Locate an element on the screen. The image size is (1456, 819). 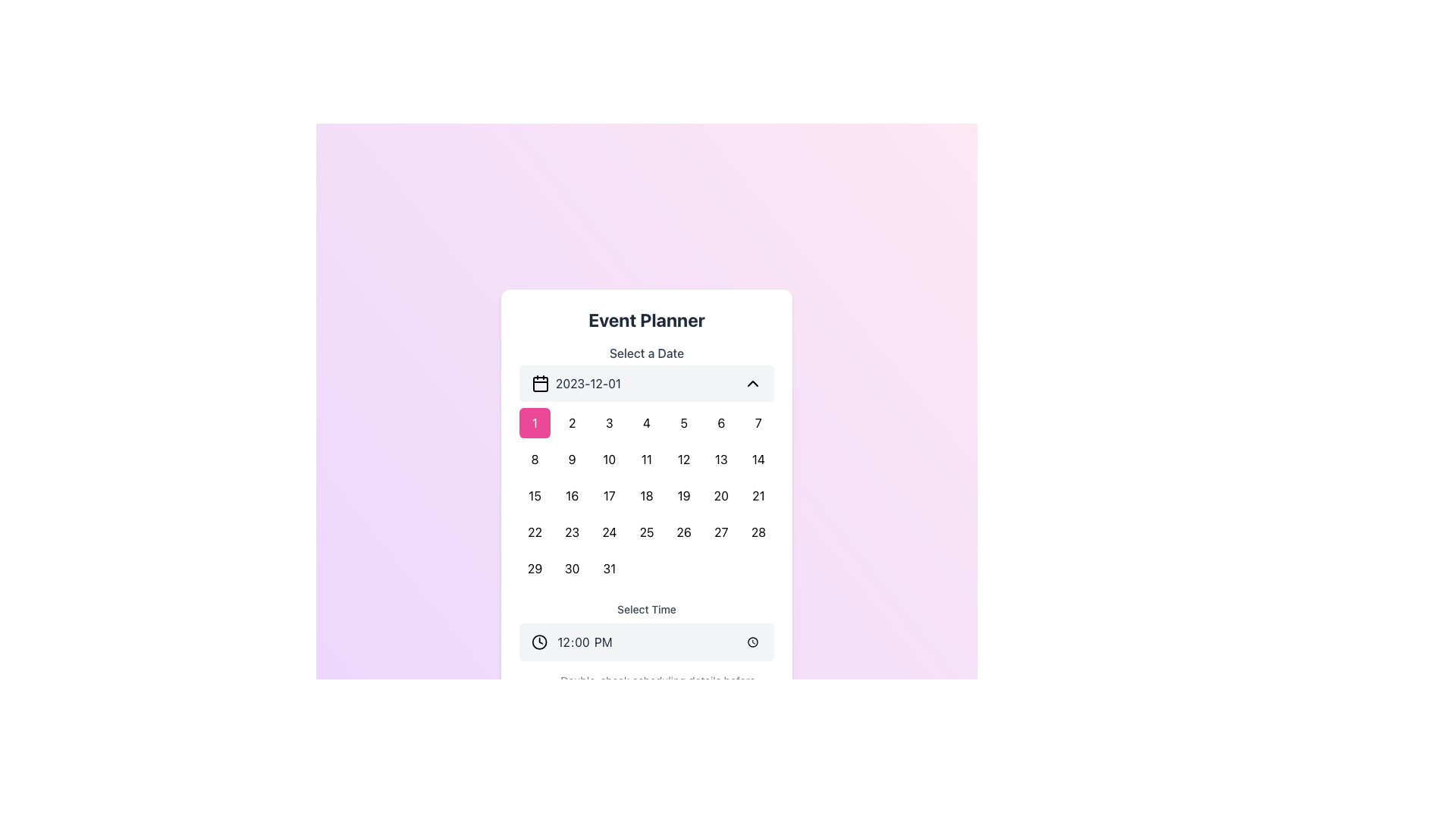
the button representing the selectable date of the 23rd in the calendar interface is located at coordinates (571, 532).